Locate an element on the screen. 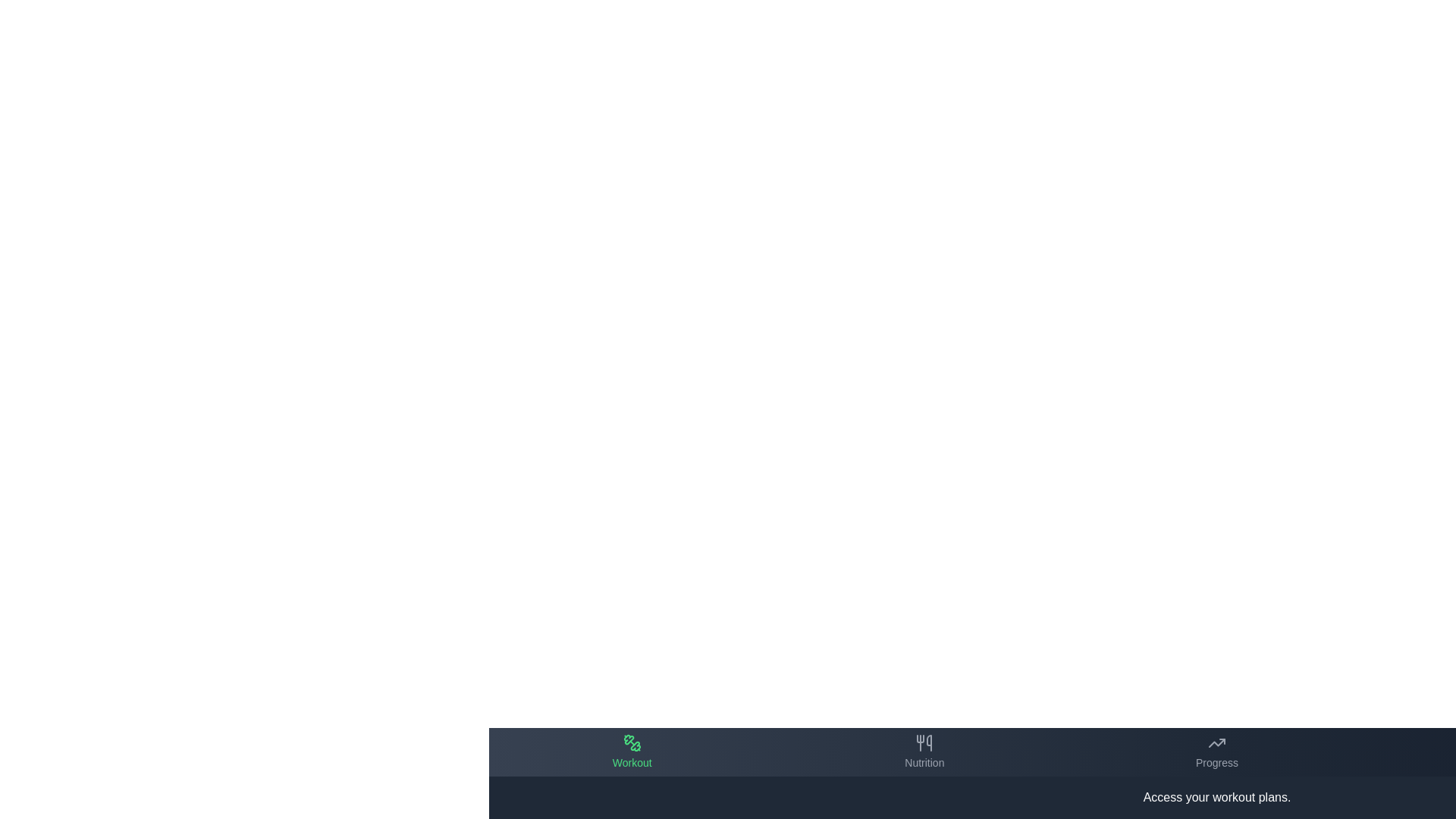  the tab labeled Workout in the bottom navigation bar is located at coordinates (632, 752).